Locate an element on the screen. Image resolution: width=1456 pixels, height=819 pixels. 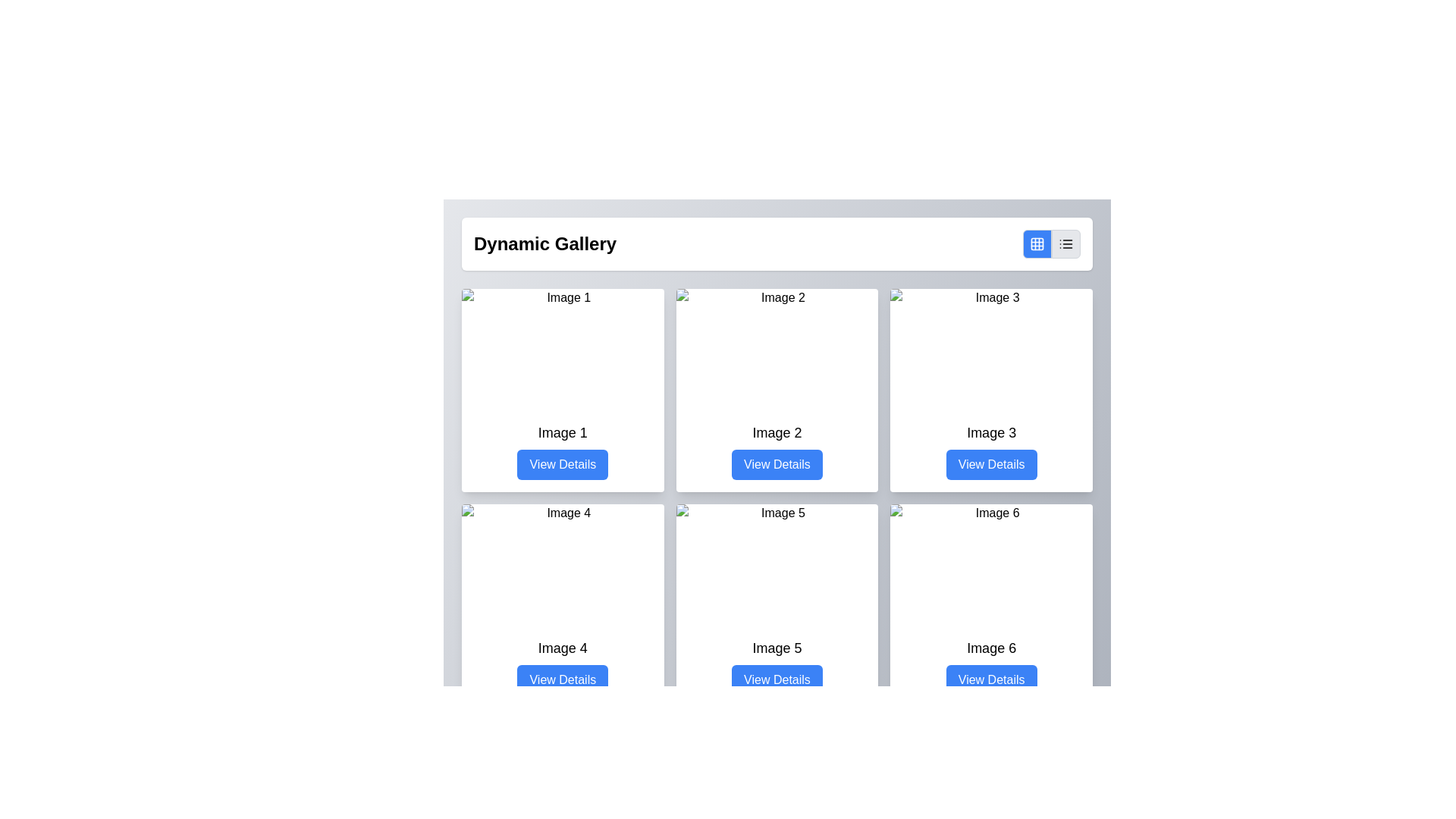
image in the Card component that contains an image labeled 'Image 2', a text label 'Image 2', and a blue button labeled 'View Details' is located at coordinates (777, 390).